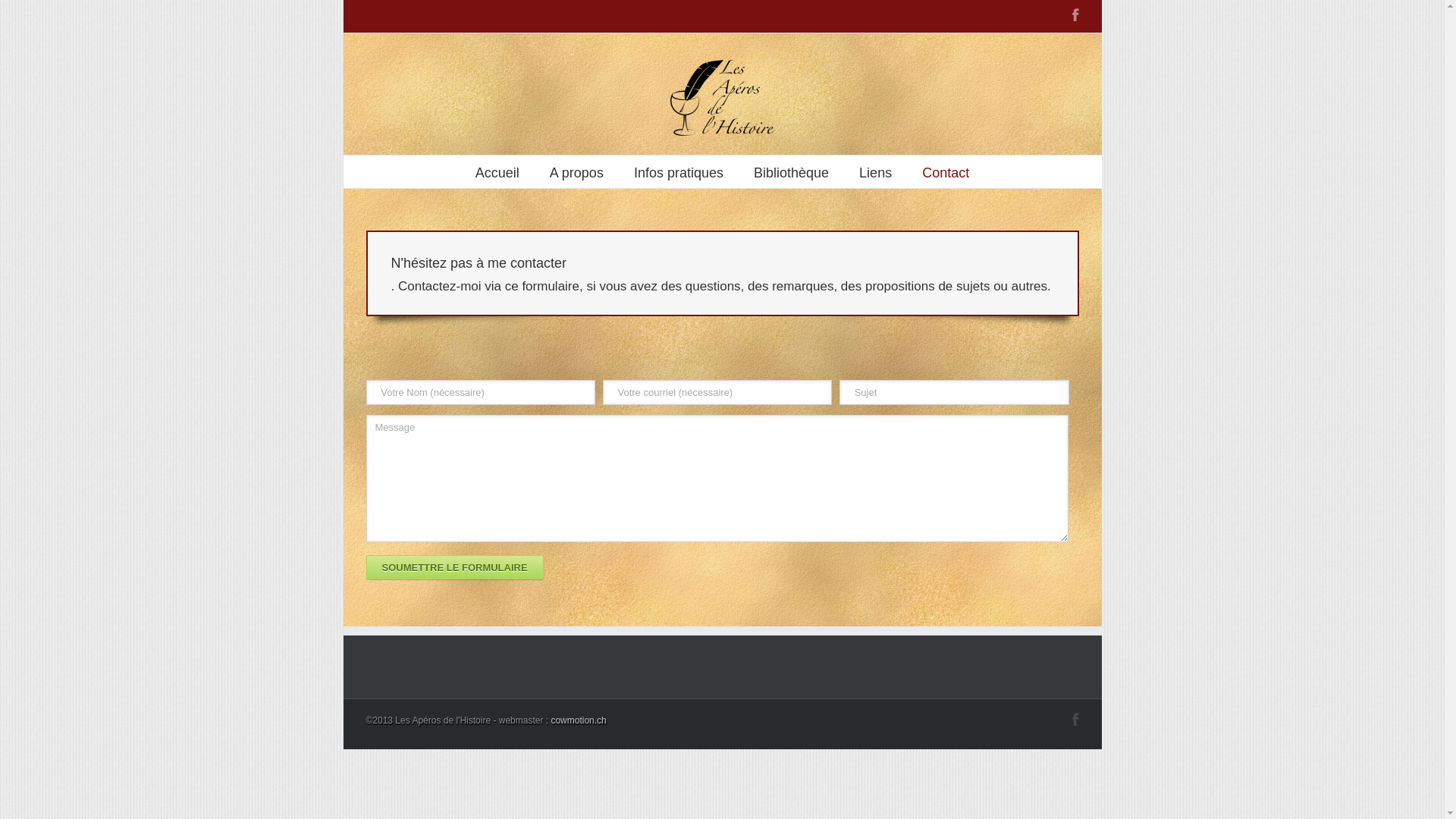  Describe the element at coordinates (497, 171) in the screenshot. I see `'Accueil'` at that location.